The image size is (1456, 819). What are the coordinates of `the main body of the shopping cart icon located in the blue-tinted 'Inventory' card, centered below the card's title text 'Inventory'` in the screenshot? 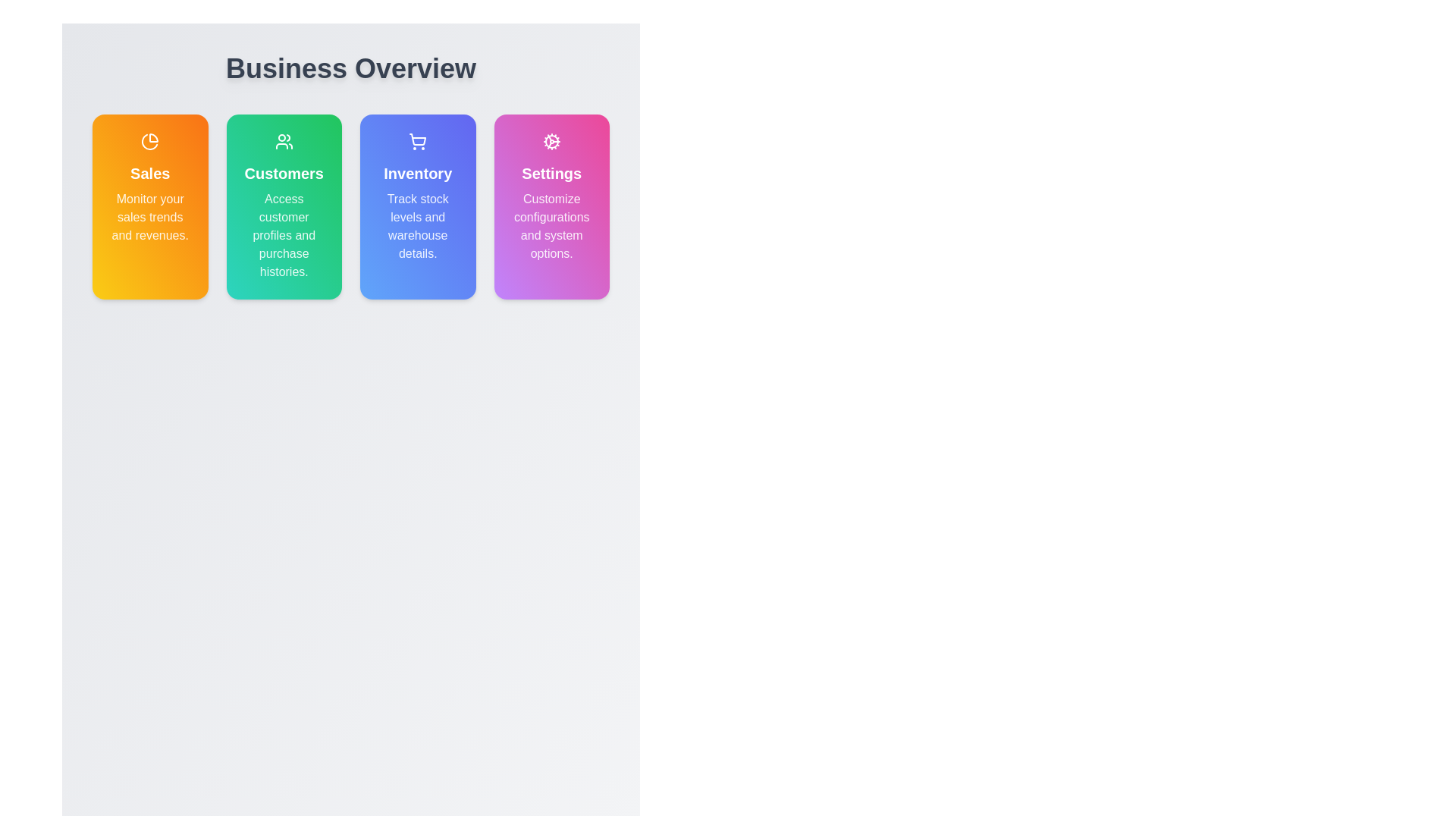 It's located at (418, 140).